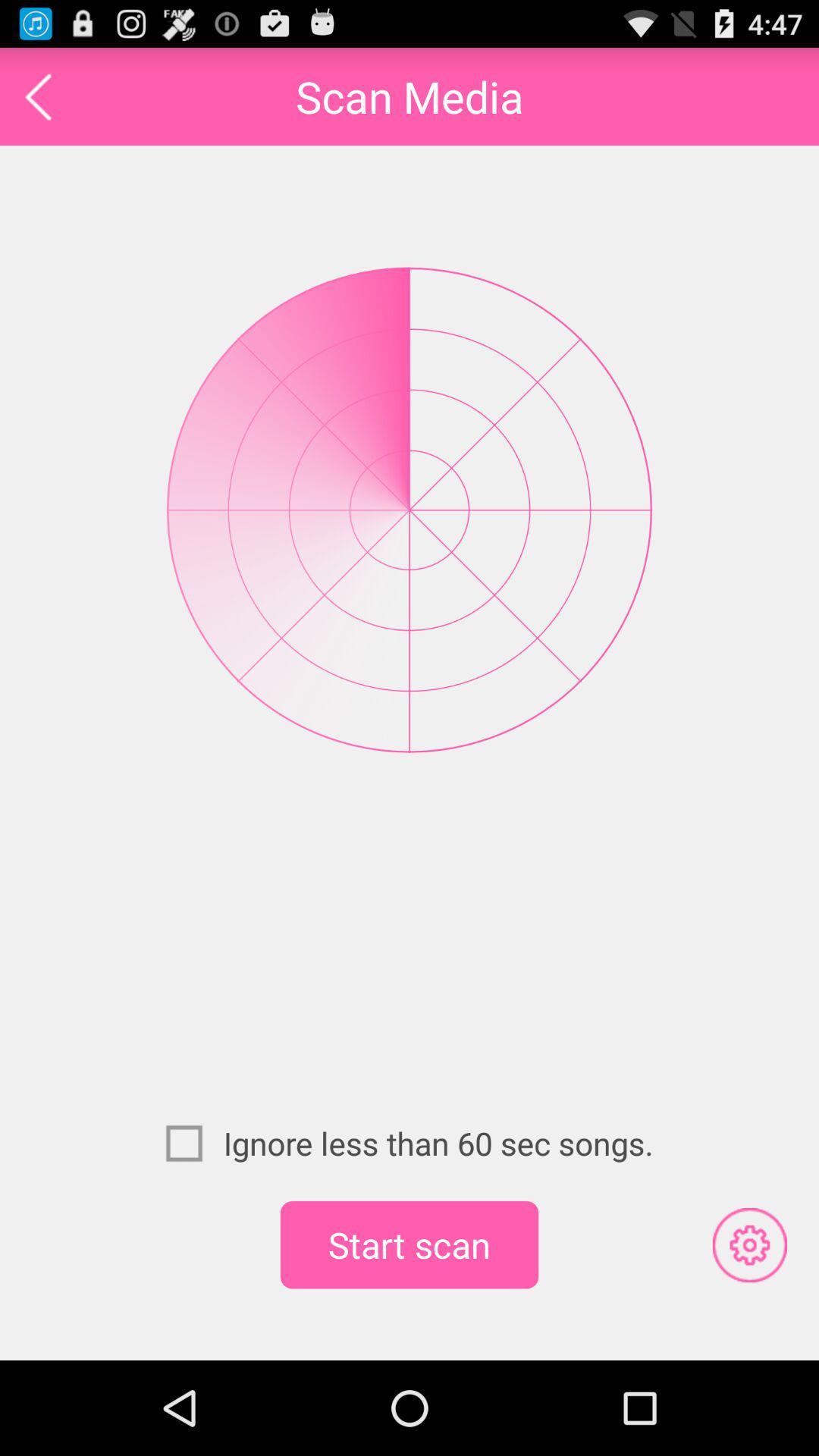 This screenshot has height=1456, width=819. What do you see at coordinates (37, 102) in the screenshot?
I see `the arrow_backward icon` at bounding box center [37, 102].